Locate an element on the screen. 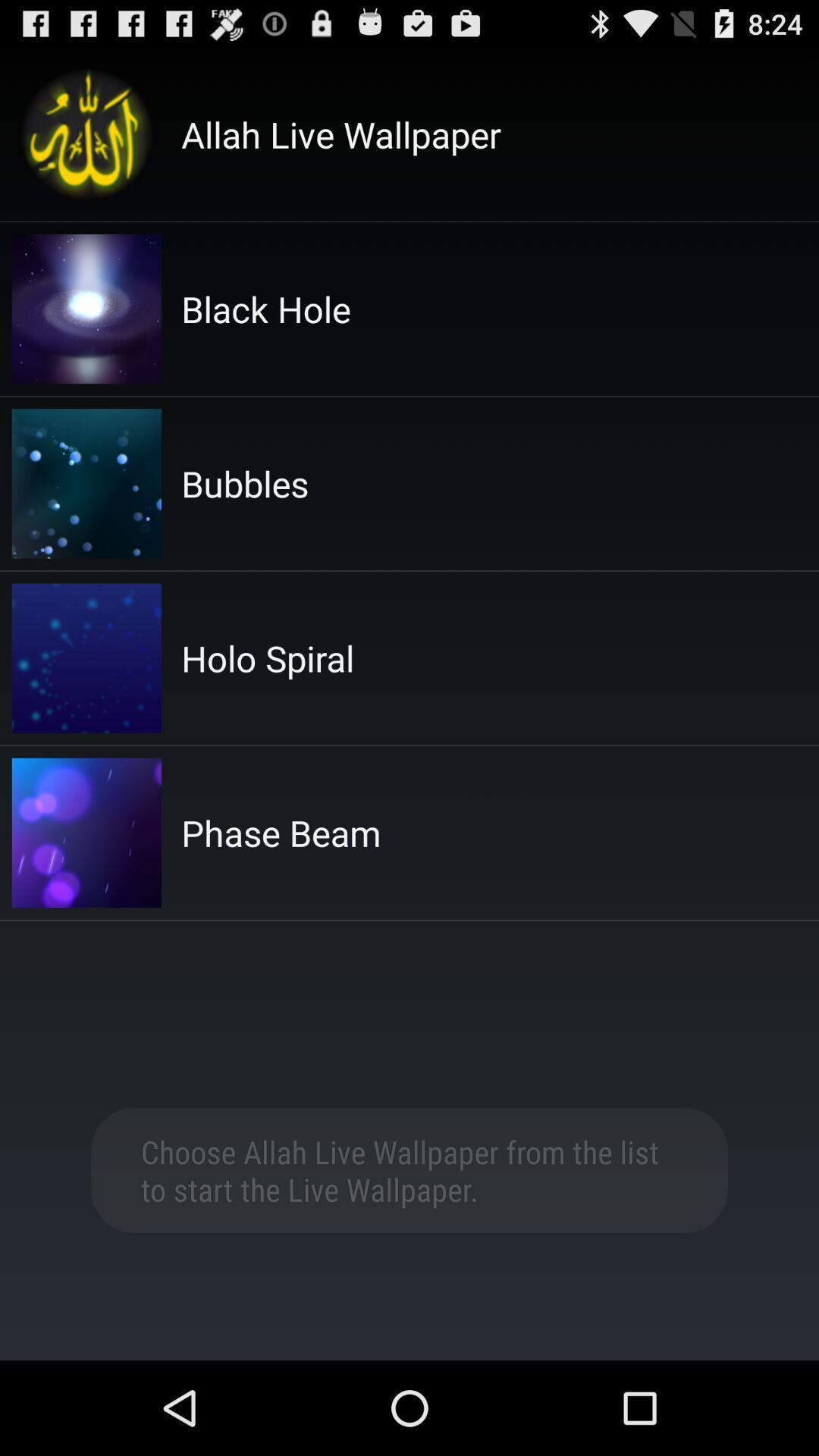  the app below holo spiral item is located at coordinates (281, 832).